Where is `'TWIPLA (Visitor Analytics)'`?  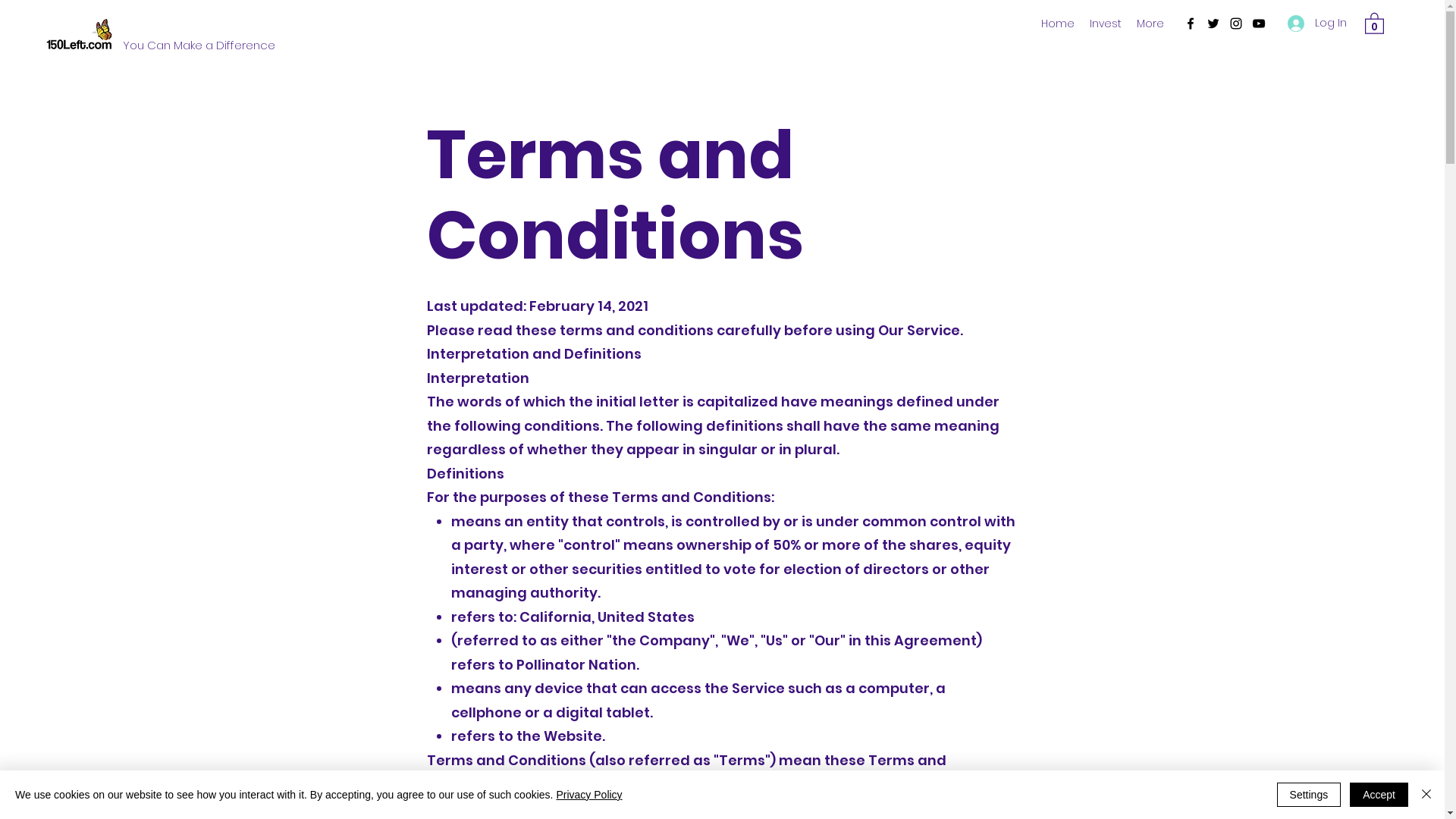 'TWIPLA (Visitor Analytics)' is located at coordinates (1440, 5).